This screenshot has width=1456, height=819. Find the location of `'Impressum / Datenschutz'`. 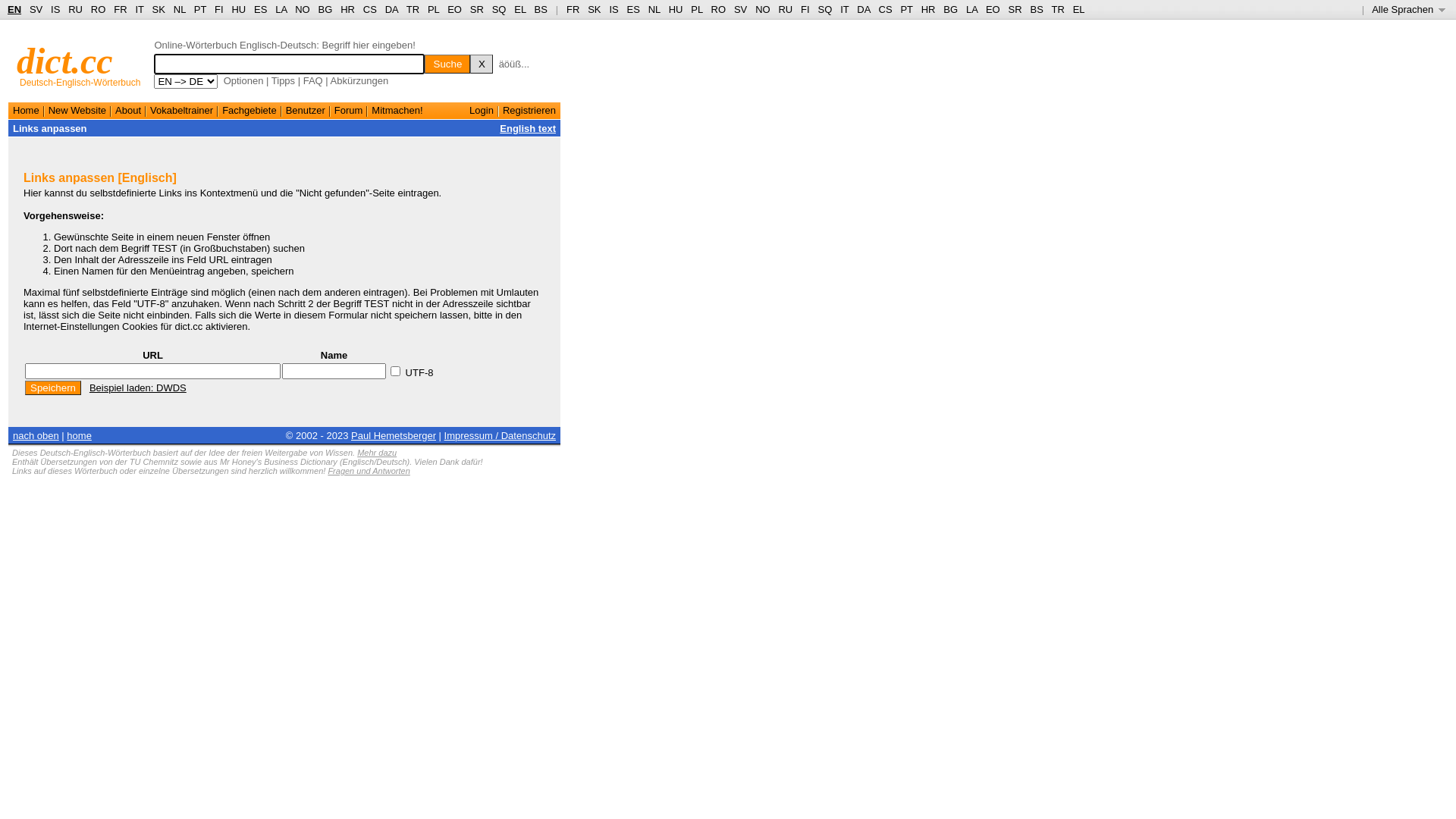

'Impressum / Datenschutz' is located at coordinates (500, 435).